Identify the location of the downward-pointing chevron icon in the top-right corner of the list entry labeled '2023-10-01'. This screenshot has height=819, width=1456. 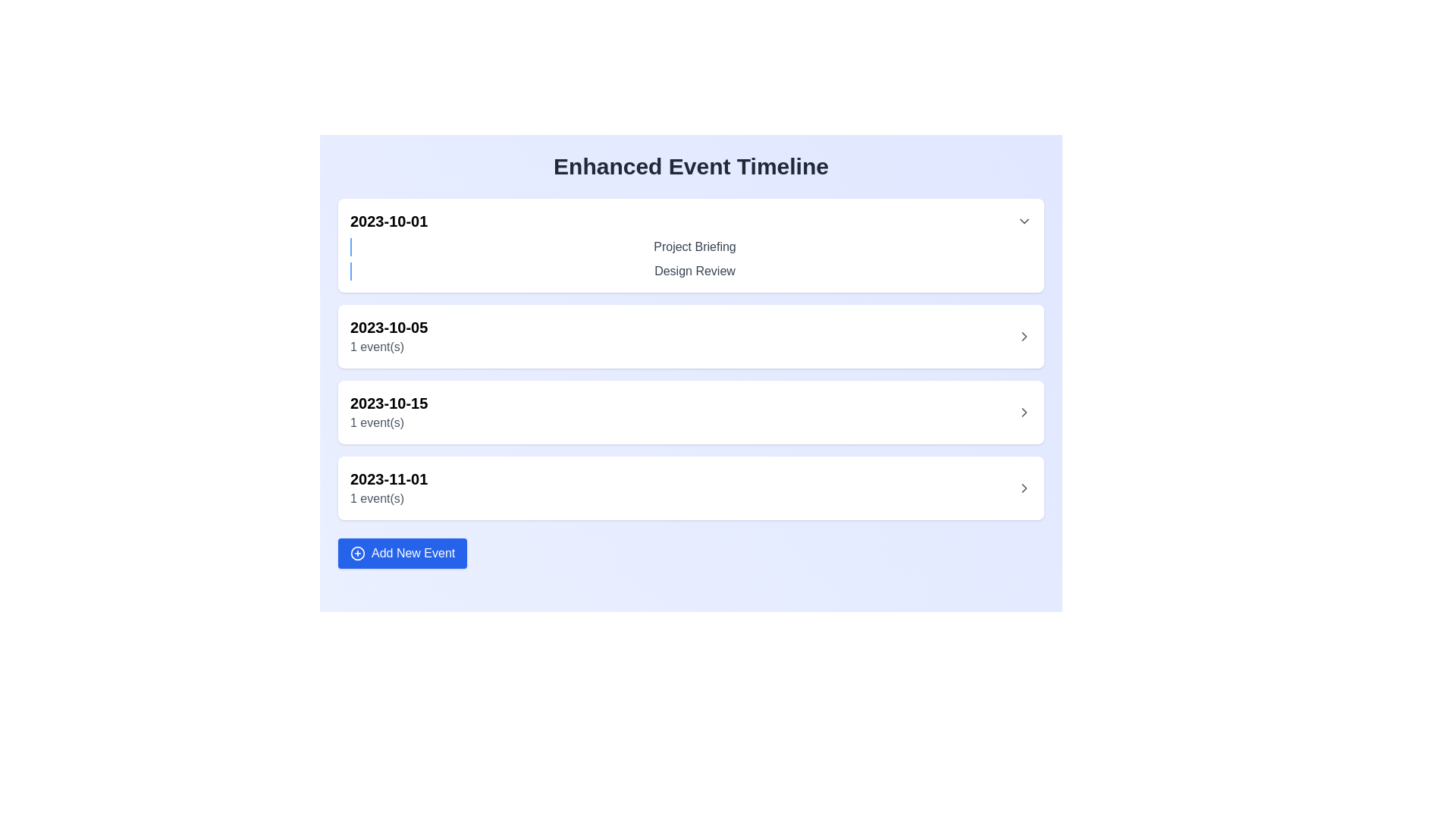
(1024, 221).